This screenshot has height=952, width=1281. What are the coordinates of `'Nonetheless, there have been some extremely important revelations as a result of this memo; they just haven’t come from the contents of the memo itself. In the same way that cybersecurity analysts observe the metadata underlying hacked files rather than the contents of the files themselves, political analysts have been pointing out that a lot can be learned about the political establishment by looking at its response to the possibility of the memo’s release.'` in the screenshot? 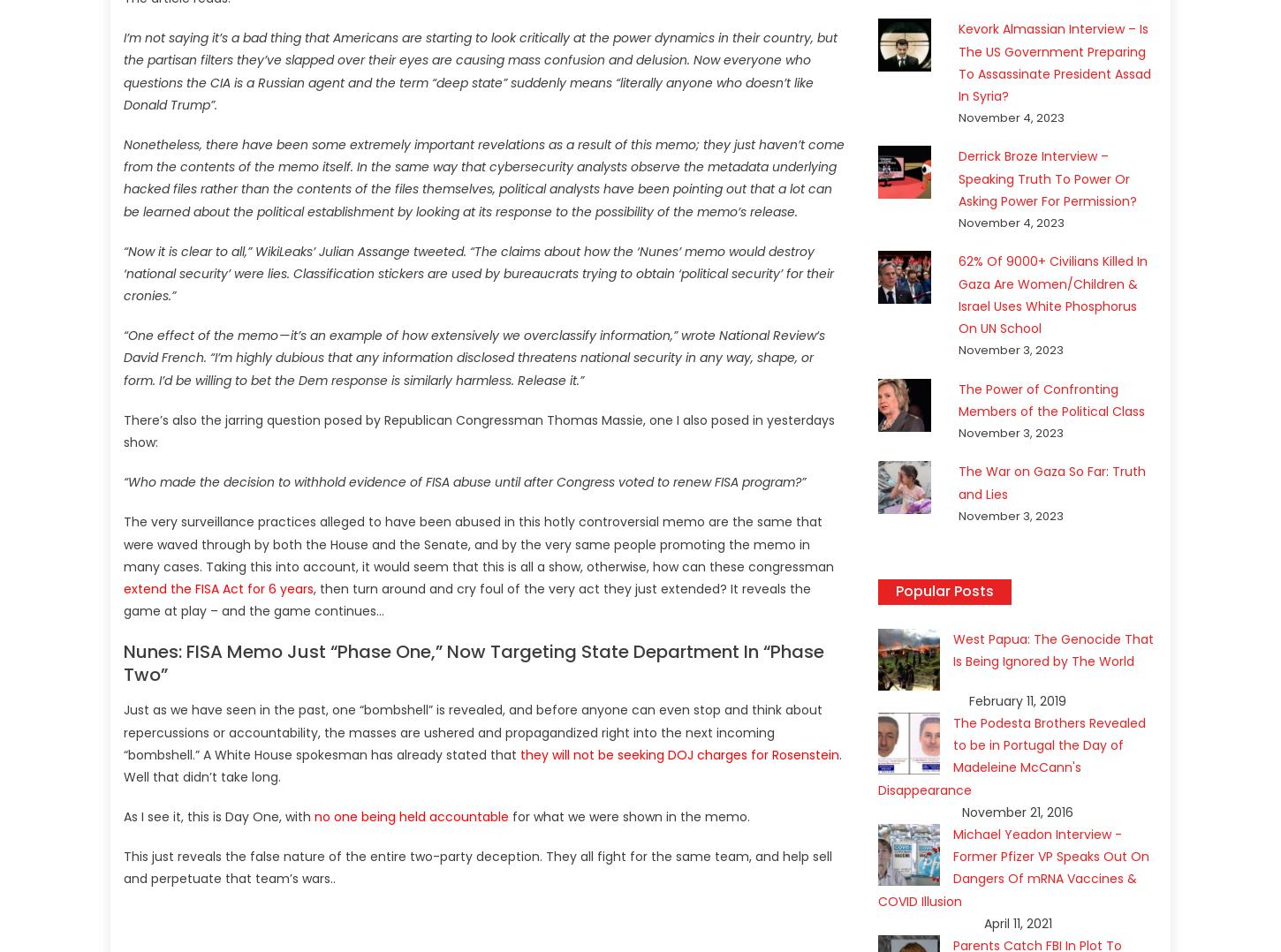 It's located at (483, 178).